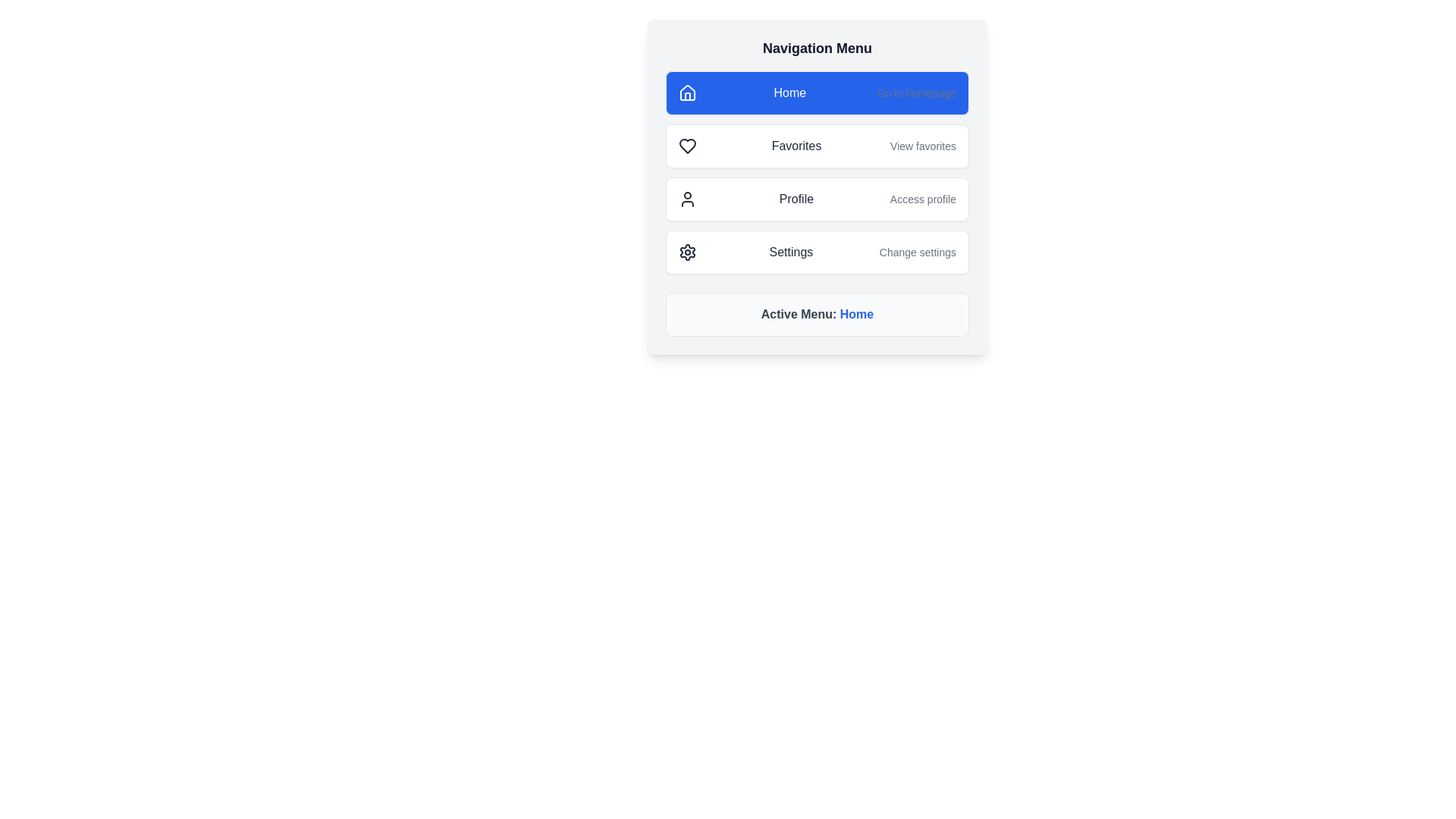  What do you see at coordinates (687, 93) in the screenshot?
I see `the 'Home' menu item icon in the navigation interface, which is highlighted in blue and located to the left of the 'Home' text` at bounding box center [687, 93].